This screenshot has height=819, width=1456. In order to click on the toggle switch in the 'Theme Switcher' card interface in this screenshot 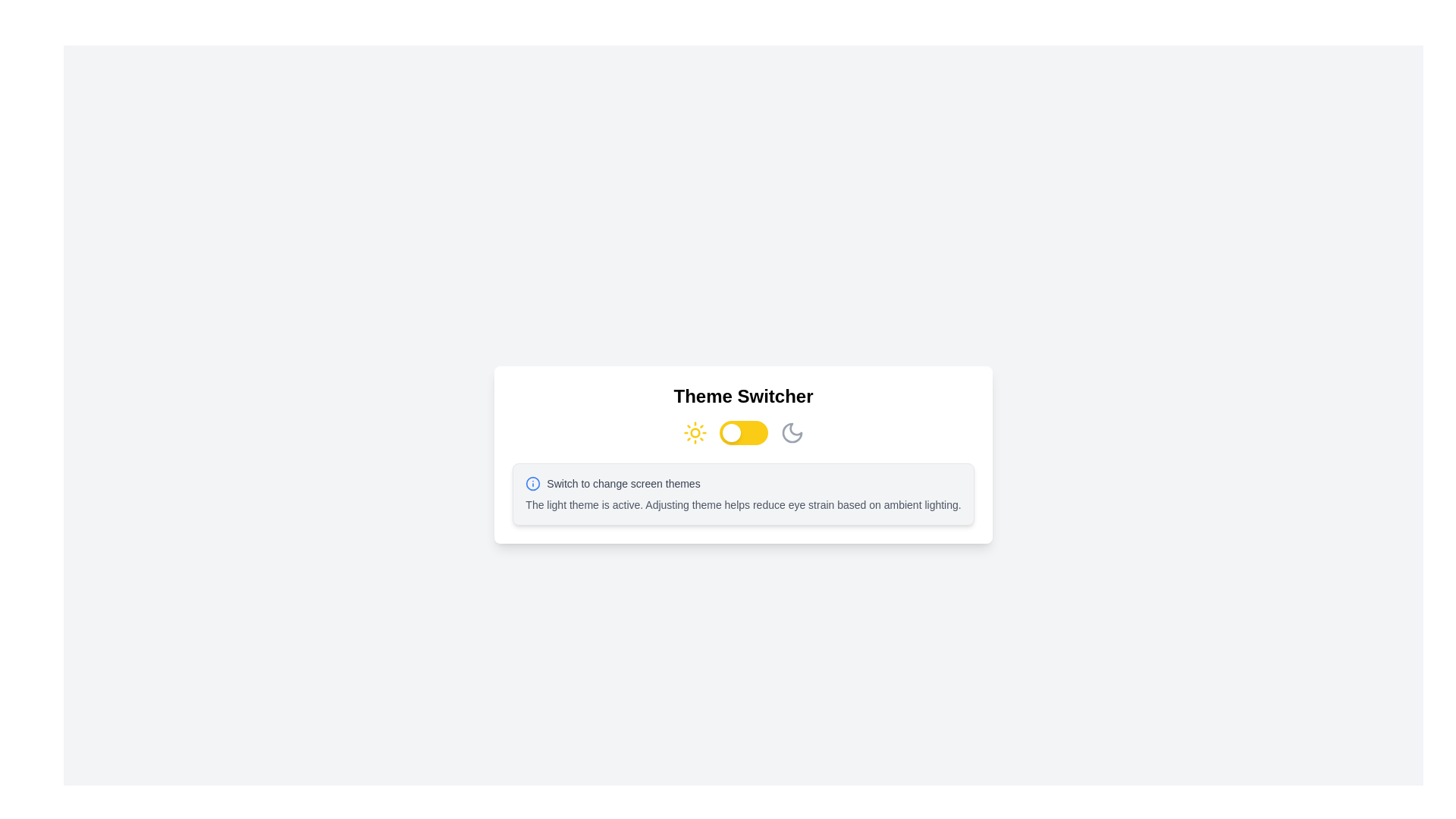, I will do `click(743, 432)`.